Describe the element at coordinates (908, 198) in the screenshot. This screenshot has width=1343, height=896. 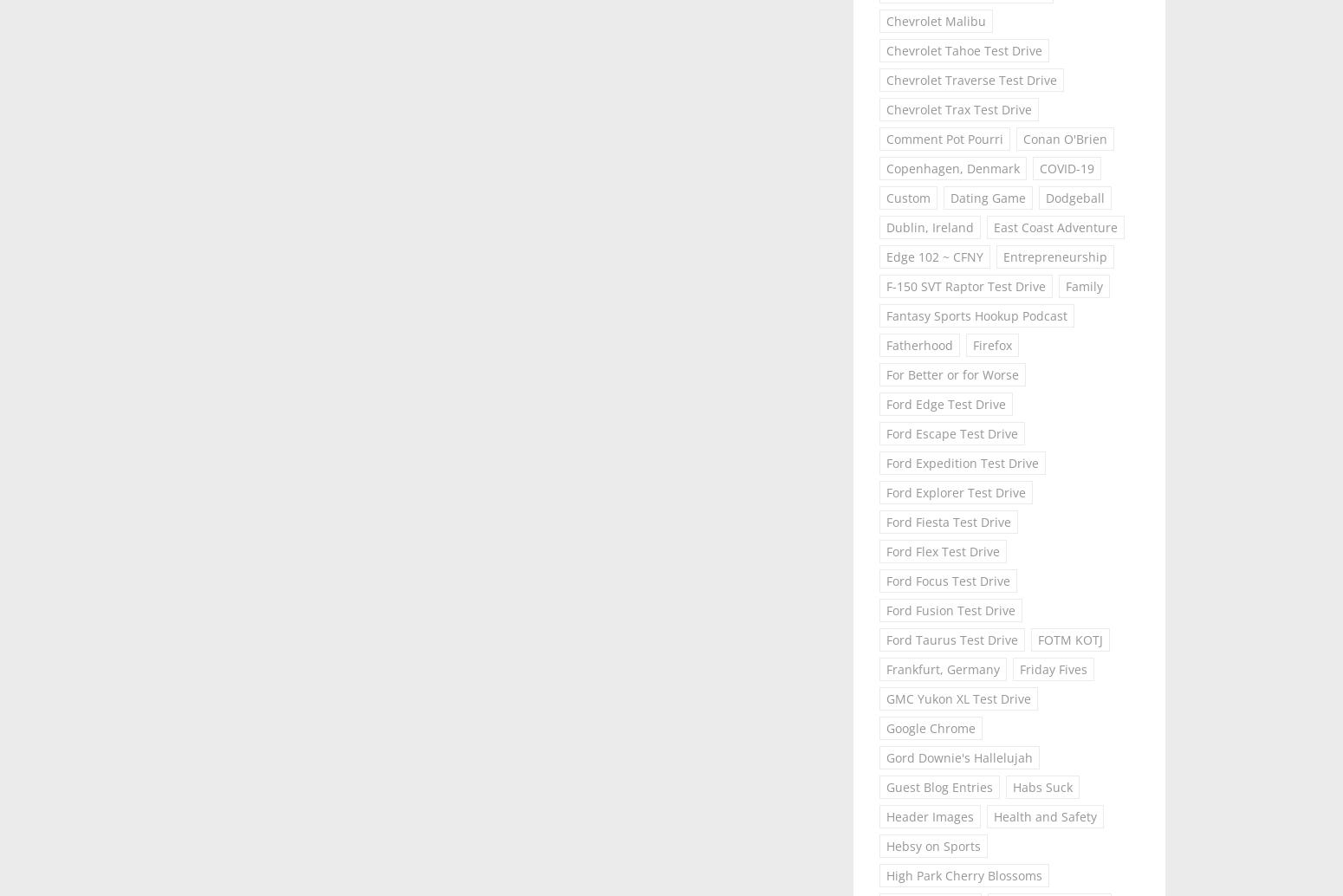
I see `'Custom'` at that location.